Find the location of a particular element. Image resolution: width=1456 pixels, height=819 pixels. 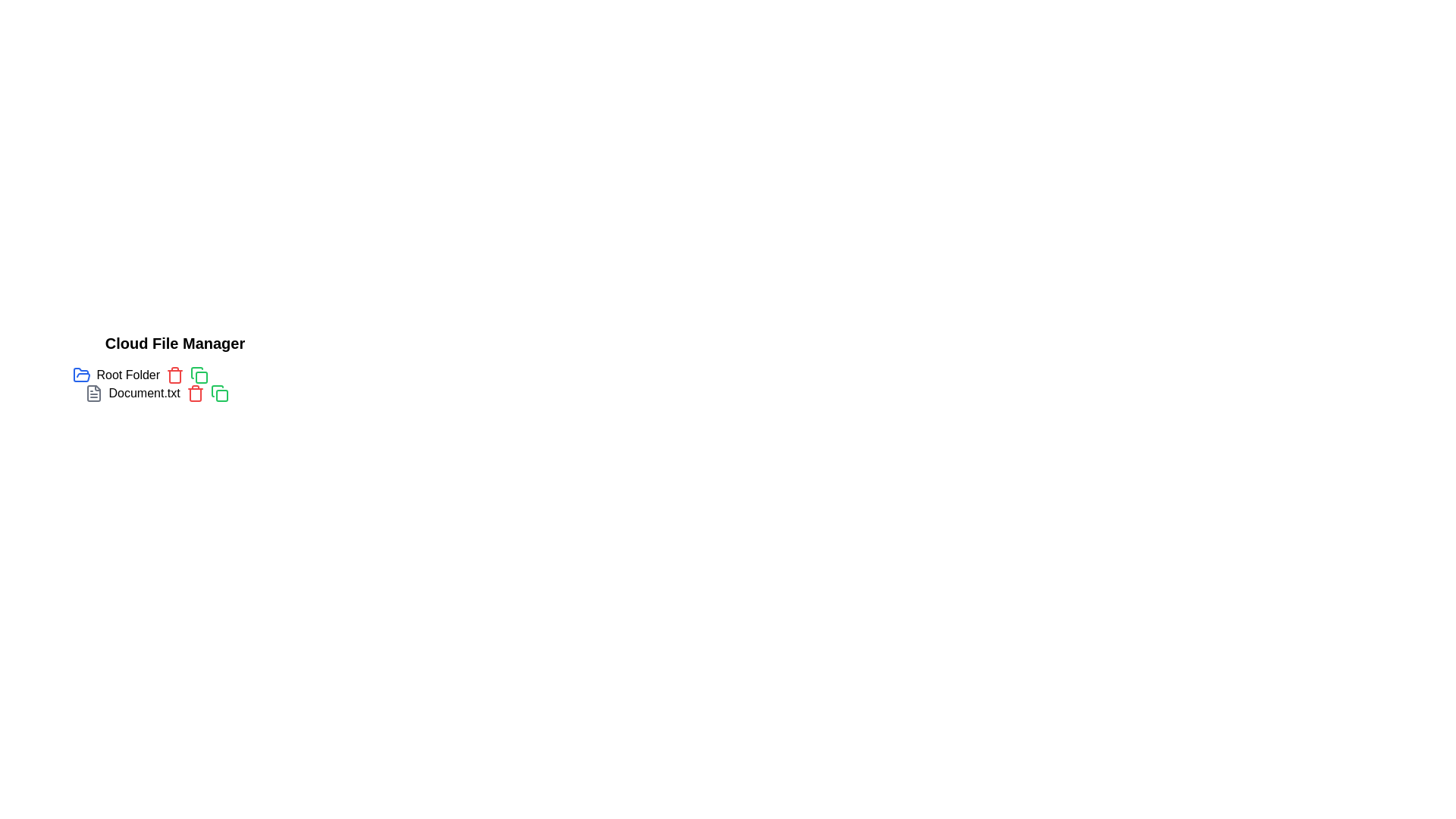

the trash icon outline that visually represents a trash or delete function, positioned to the right of the text label 'Document.txt' is located at coordinates (175, 376).